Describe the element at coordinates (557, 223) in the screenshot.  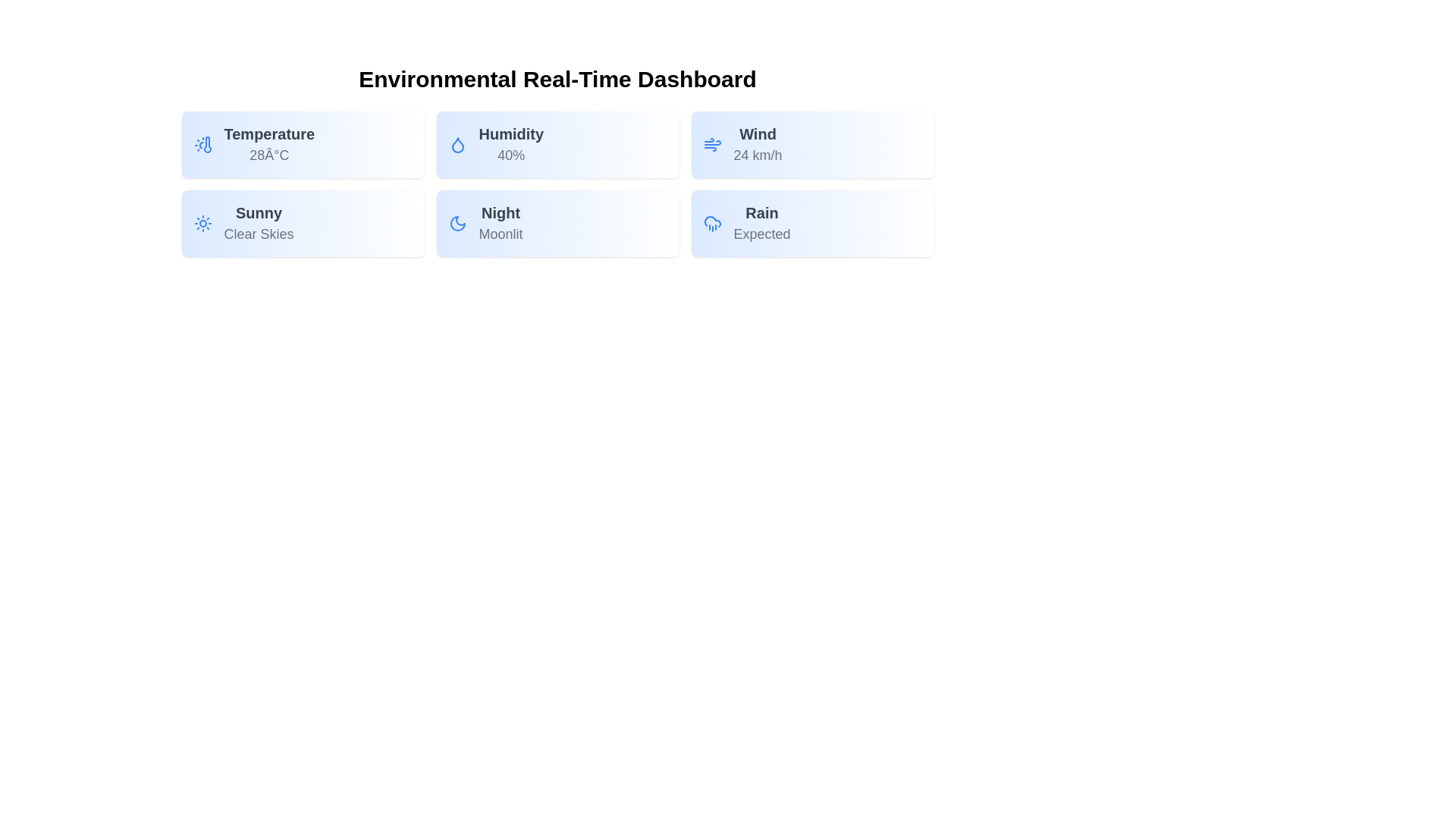
I see `the informational card that describes the weather condition 'Night' with the term 'Moonlit', located in the second row and third column of the grid, featuring a blue gradient background and rounded corners` at that location.